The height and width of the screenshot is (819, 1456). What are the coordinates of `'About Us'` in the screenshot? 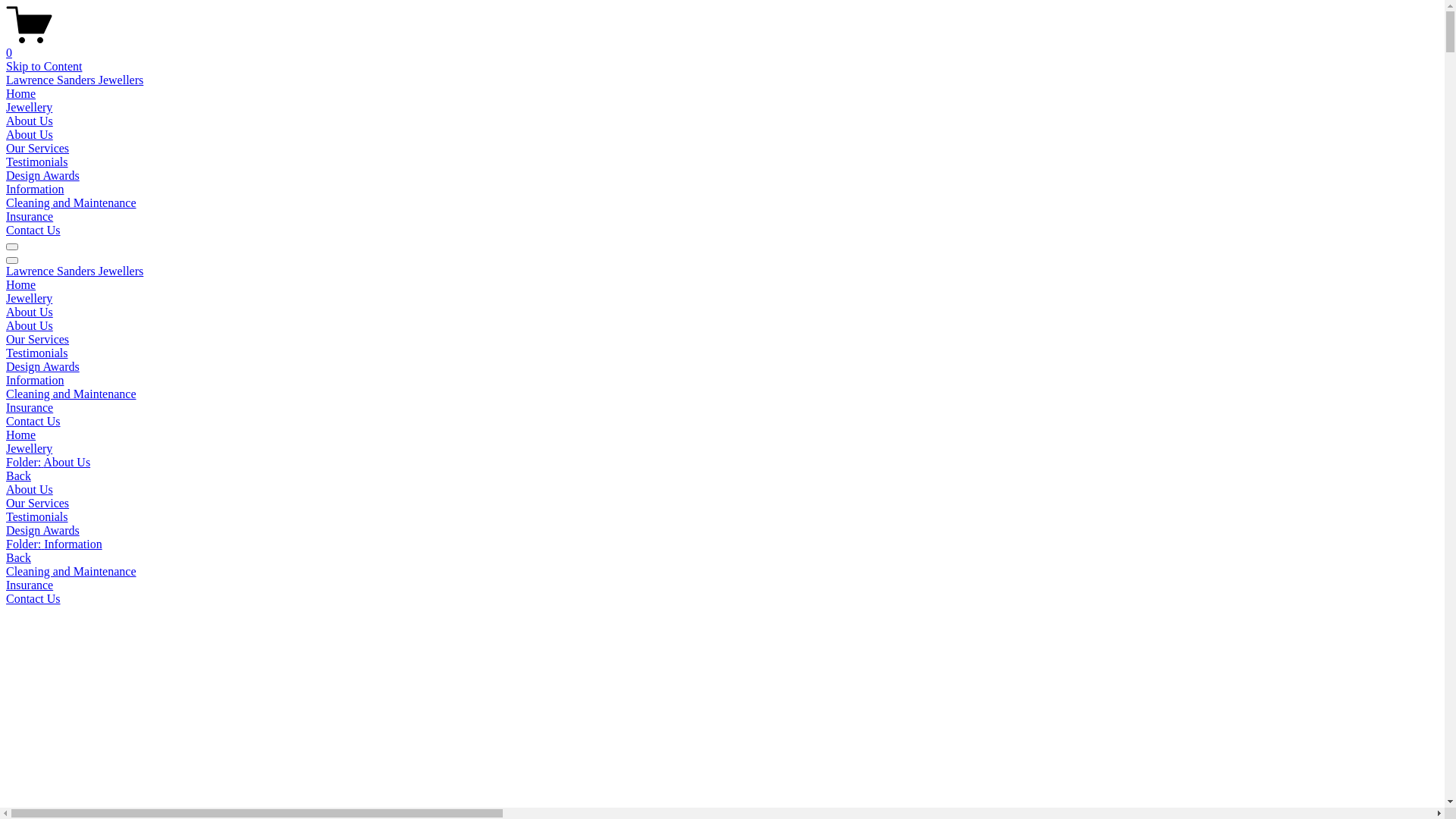 It's located at (6, 311).